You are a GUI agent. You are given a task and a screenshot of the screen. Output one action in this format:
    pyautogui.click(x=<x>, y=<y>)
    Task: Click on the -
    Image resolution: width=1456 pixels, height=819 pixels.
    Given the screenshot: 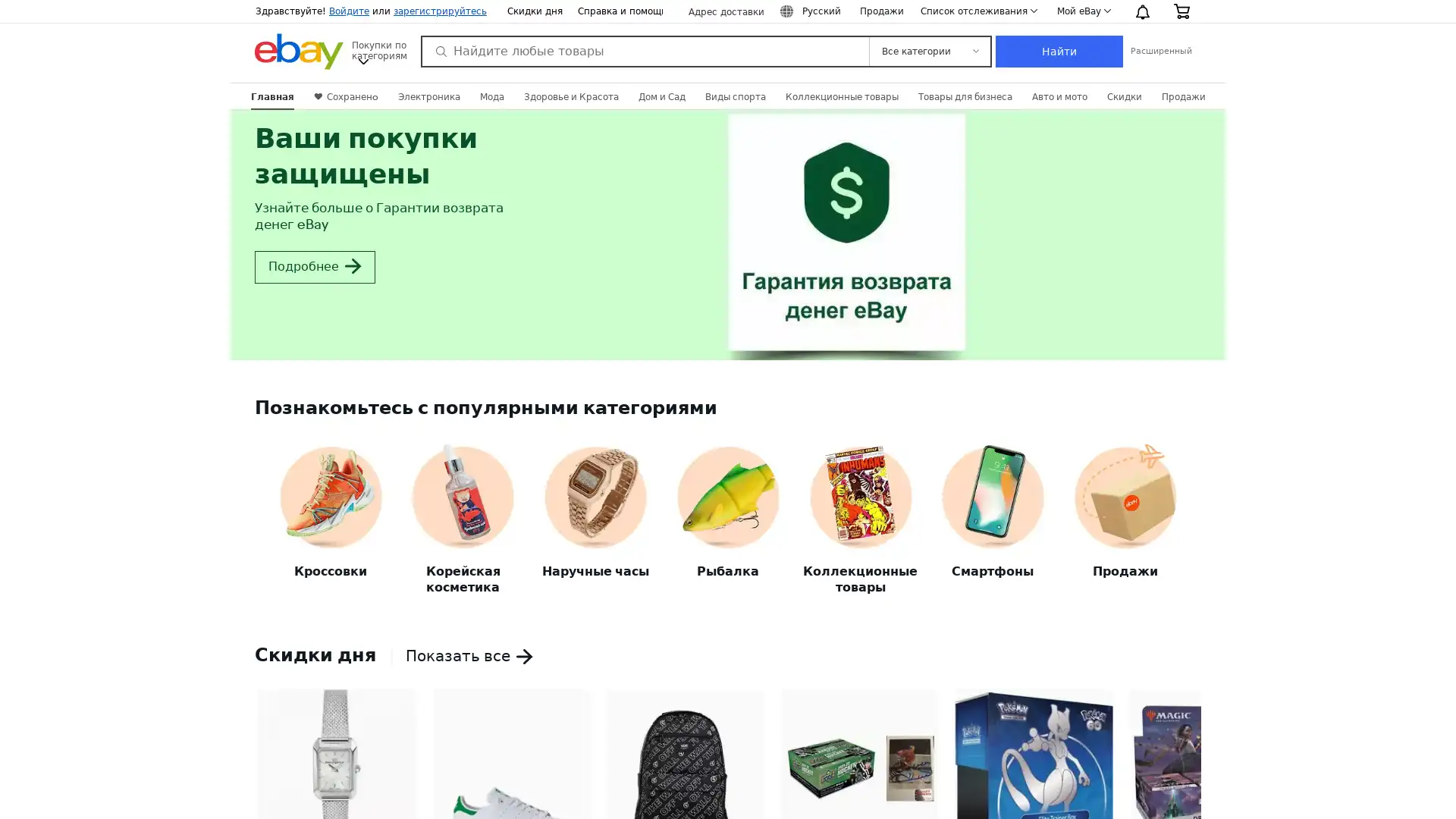 What is the action you would take?
    pyautogui.click(x=266, y=788)
    